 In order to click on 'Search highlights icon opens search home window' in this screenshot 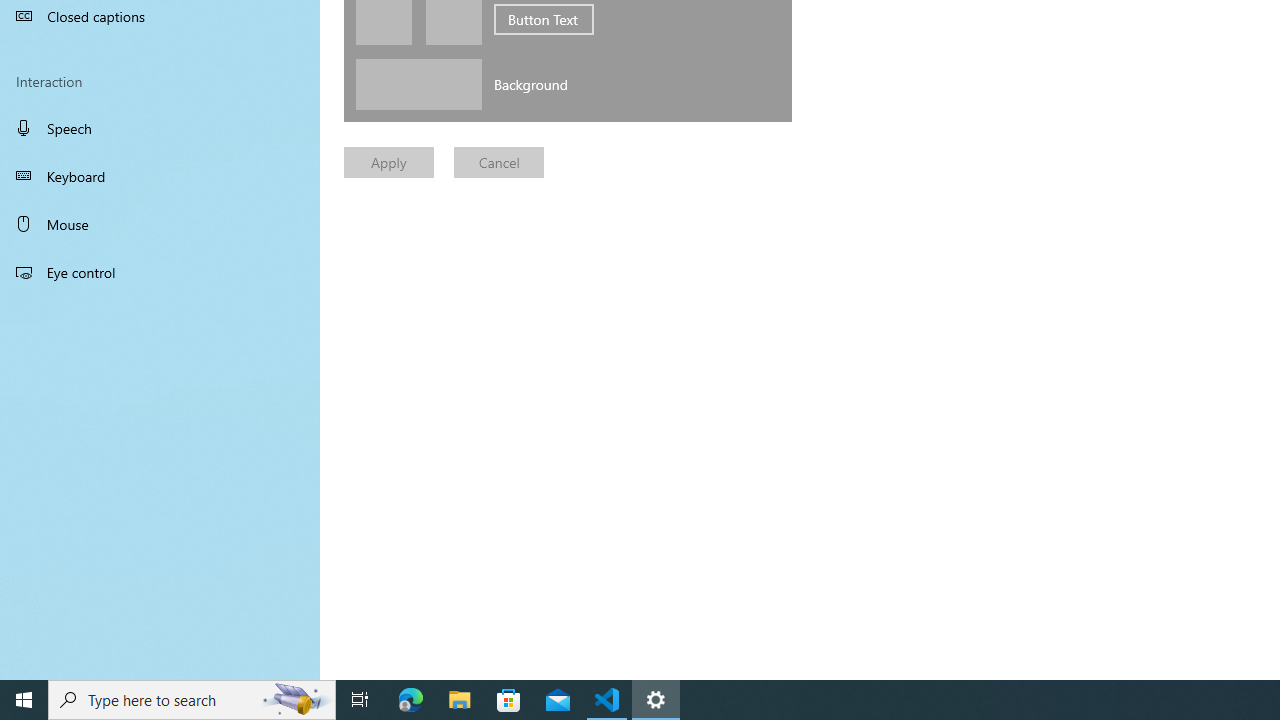, I will do `click(294, 698)`.